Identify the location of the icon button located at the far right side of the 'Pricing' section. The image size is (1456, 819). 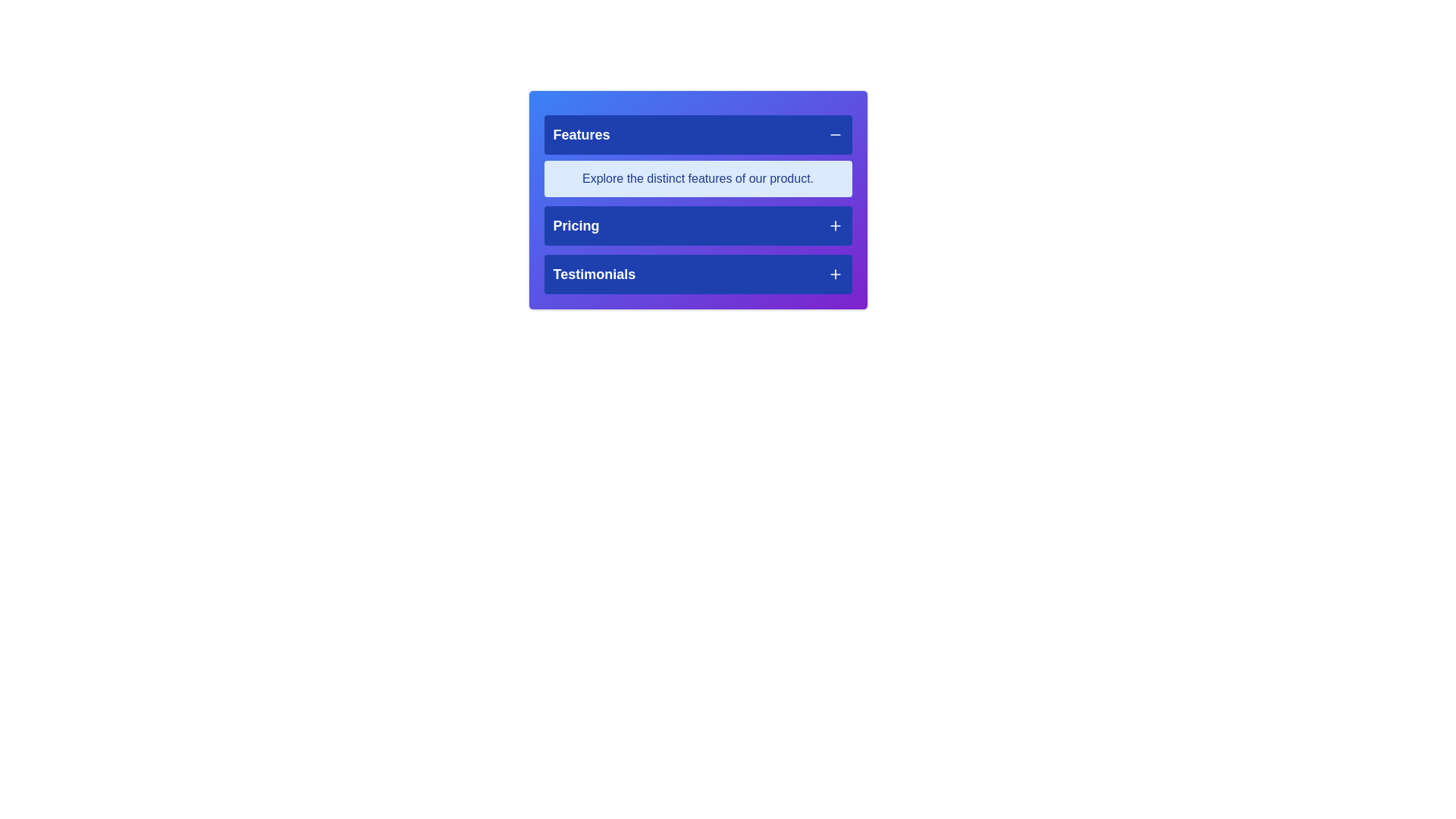
(834, 225).